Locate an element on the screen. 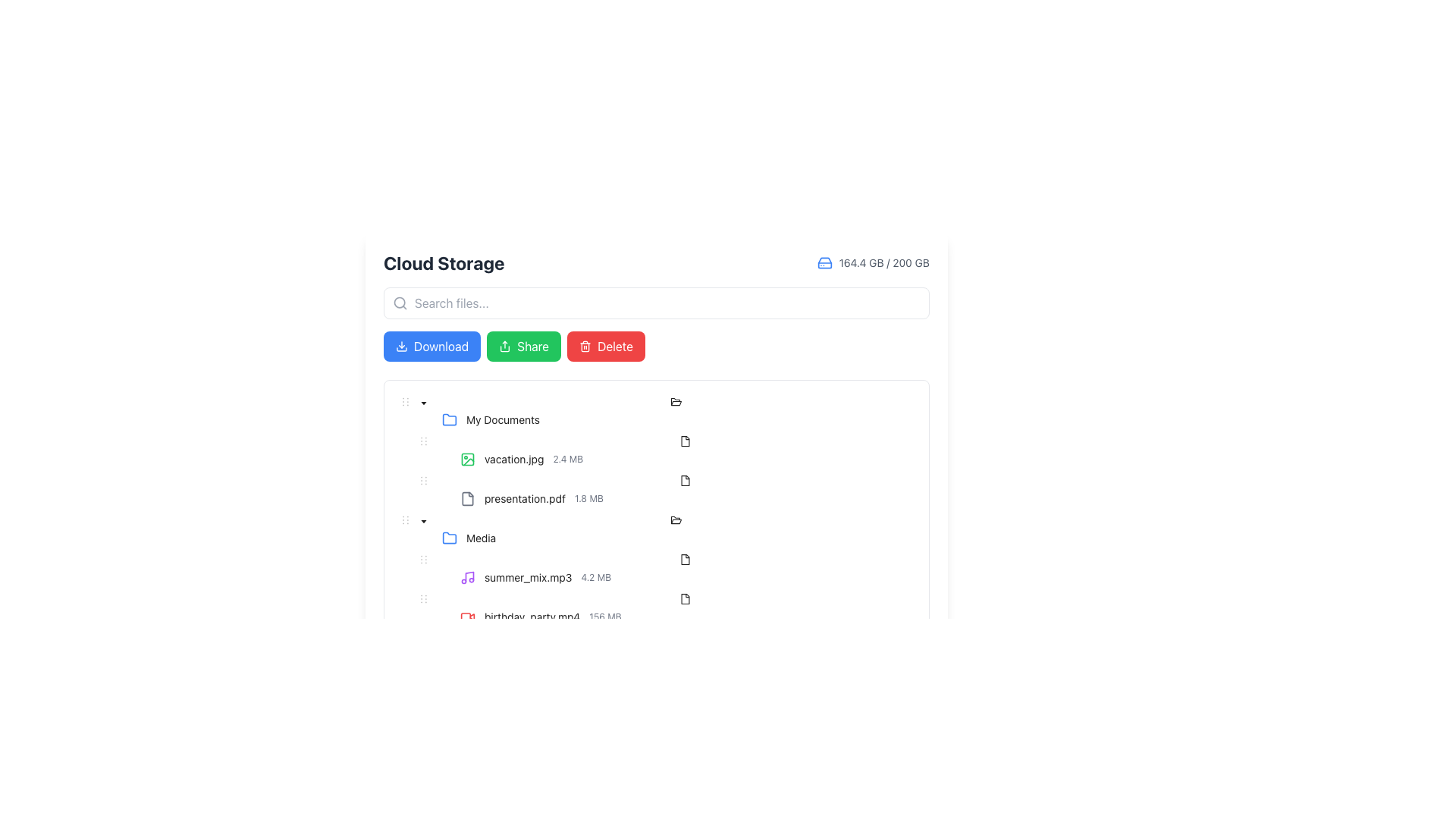 The height and width of the screenshot is (819, 1456). the icon representing the file 'birthday_party.mp4' located in the 'Media' folder is located at coordinates (684, 598).